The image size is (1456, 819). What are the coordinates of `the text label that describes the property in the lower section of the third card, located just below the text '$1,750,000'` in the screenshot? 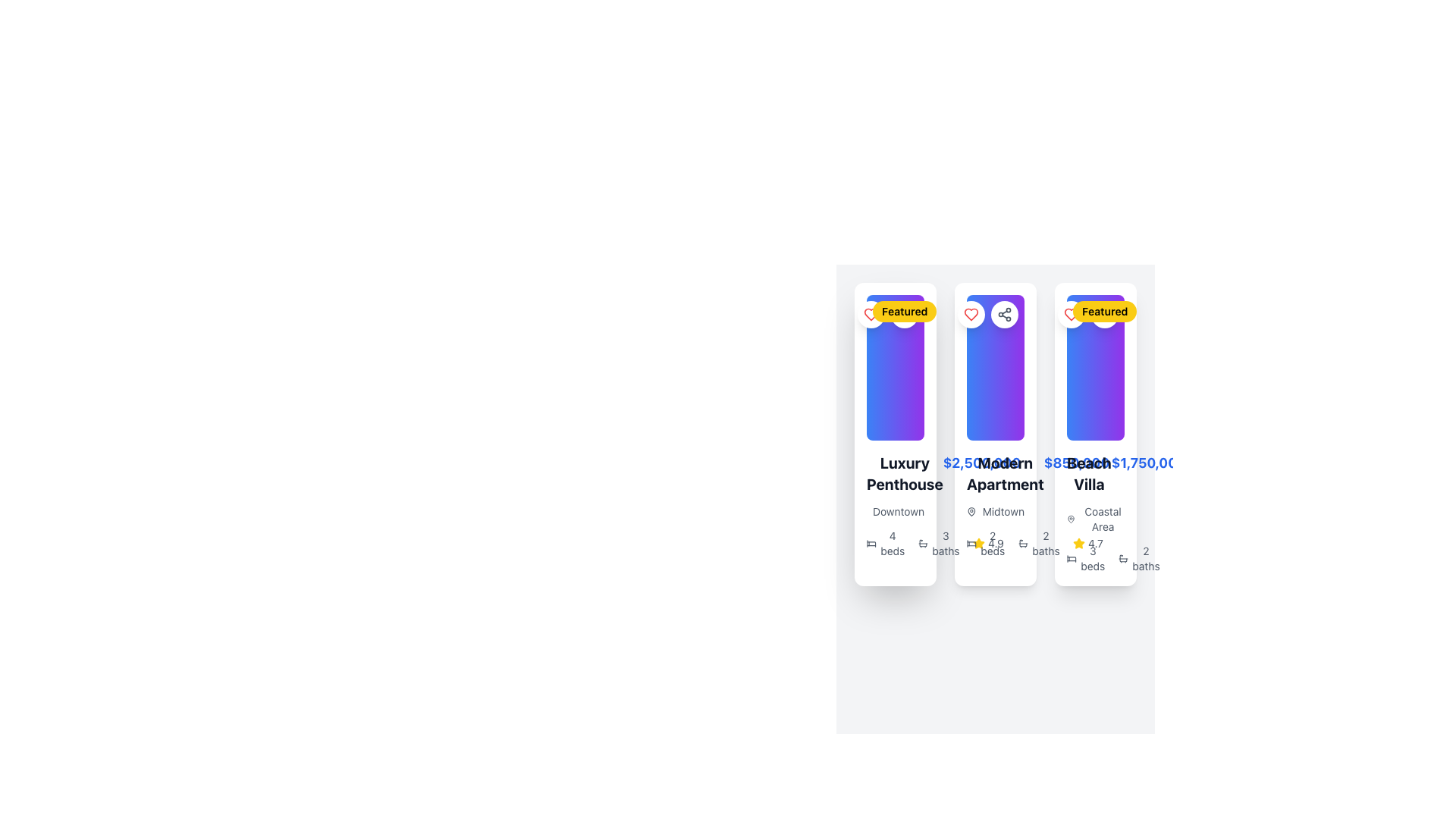 It's located at (1088, 472).